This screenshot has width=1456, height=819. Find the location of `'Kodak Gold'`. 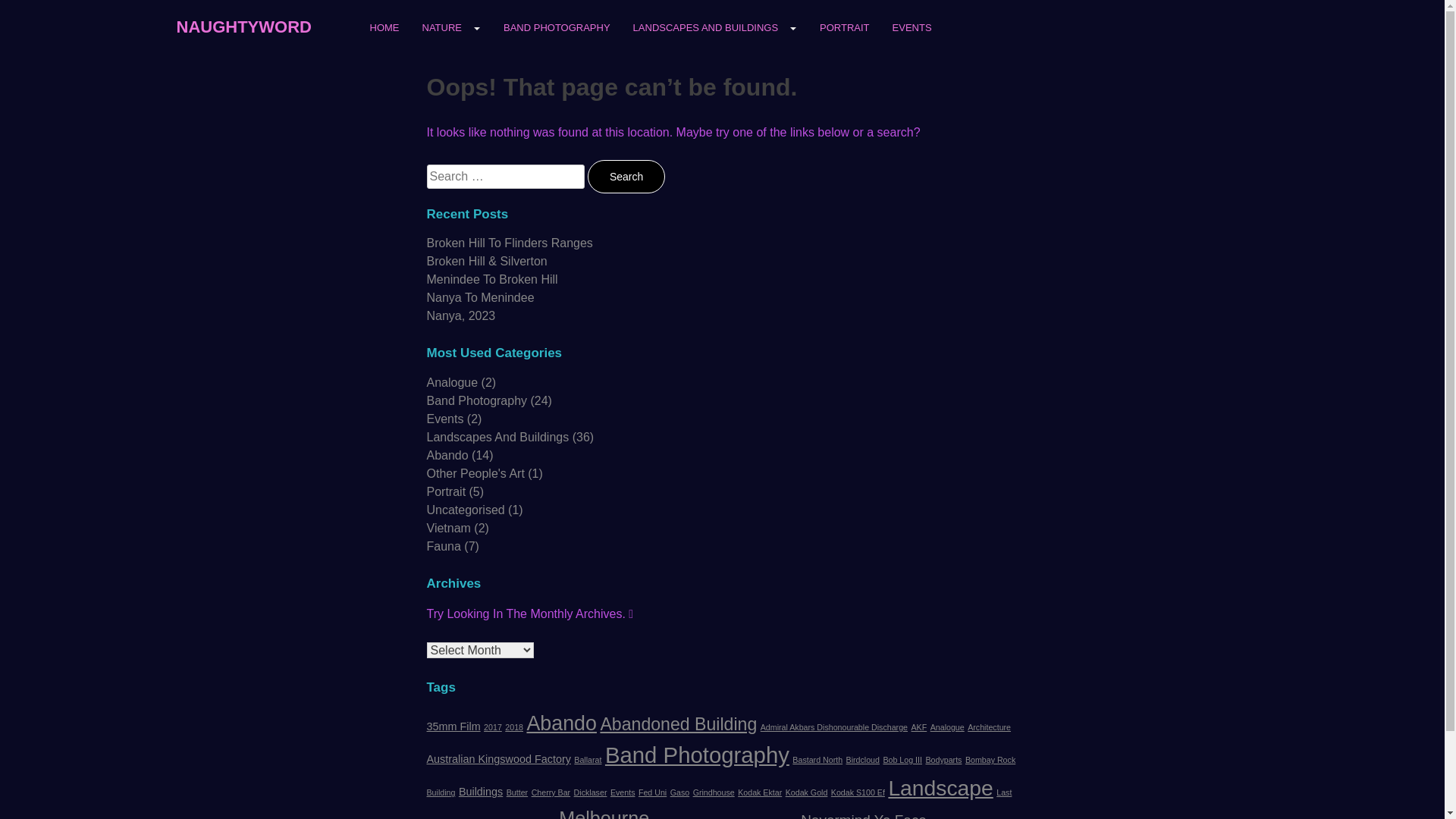

'Kodak Gold' is located at coordinates (806, 792).